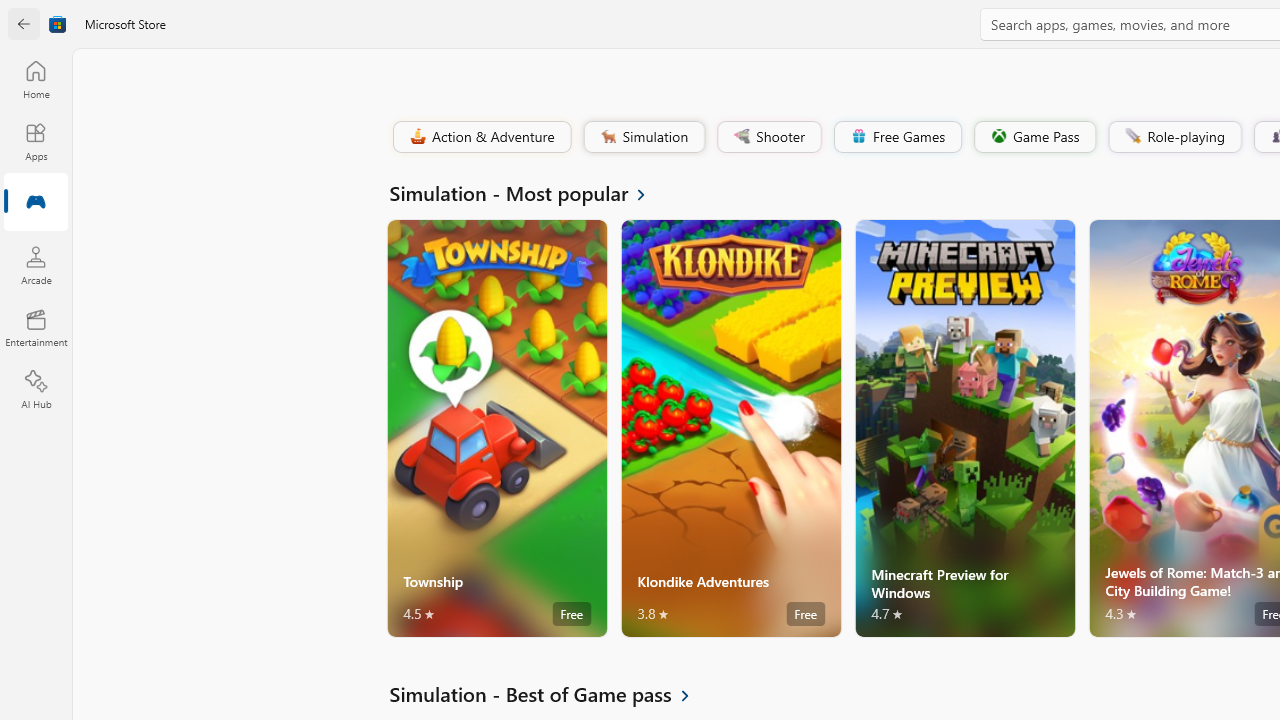  I want to click on 'See all  Simulation - Best of Game pass', so click(551, 693).